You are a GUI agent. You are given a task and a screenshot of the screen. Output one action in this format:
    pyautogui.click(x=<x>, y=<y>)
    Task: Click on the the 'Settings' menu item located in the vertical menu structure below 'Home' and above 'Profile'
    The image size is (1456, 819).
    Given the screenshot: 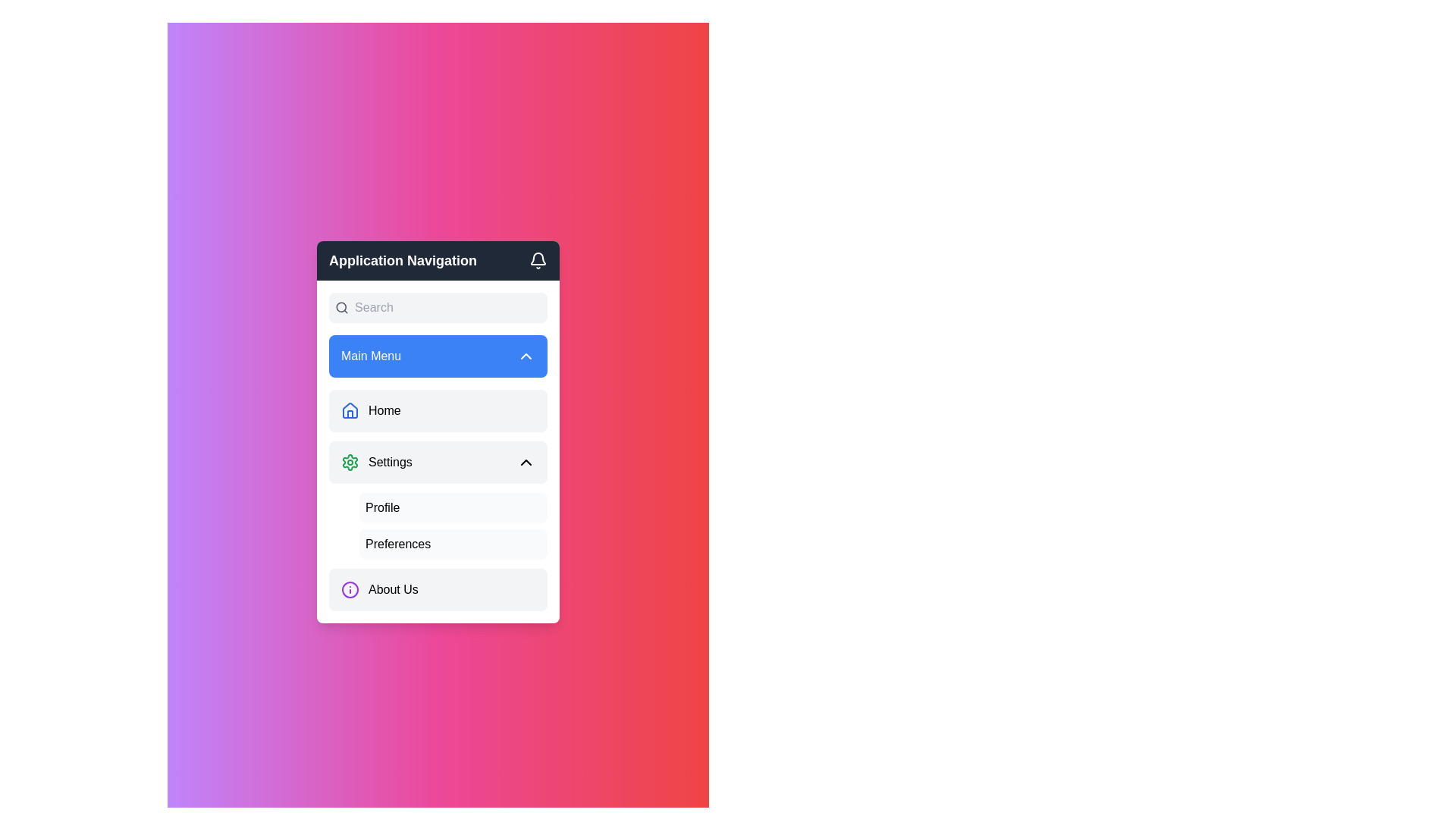 What is the action you would take?
    pyautogui.click(x=376, y=461)
    